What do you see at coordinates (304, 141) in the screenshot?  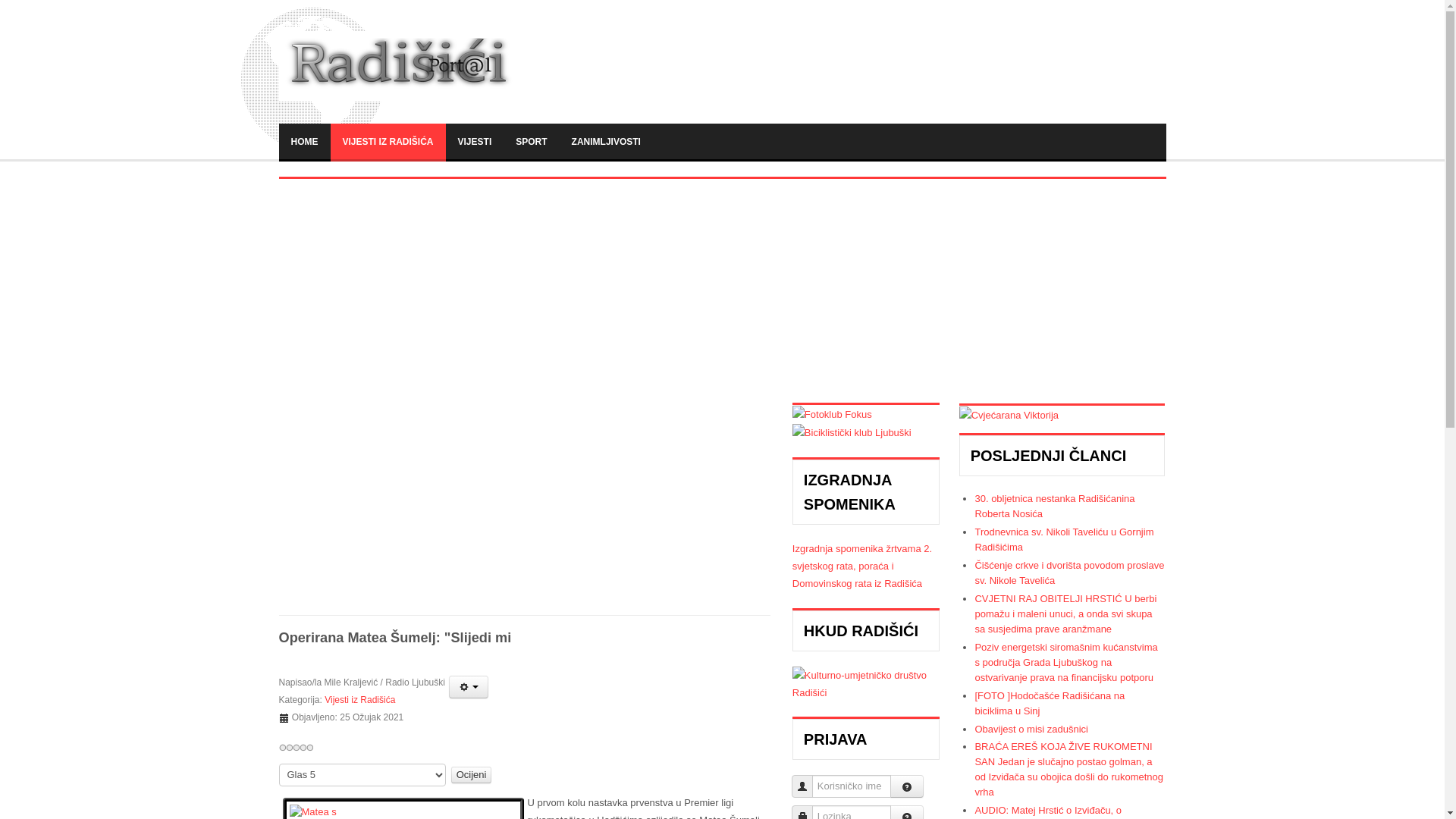 I see `'HOME'` at bounding box center [304, 141].